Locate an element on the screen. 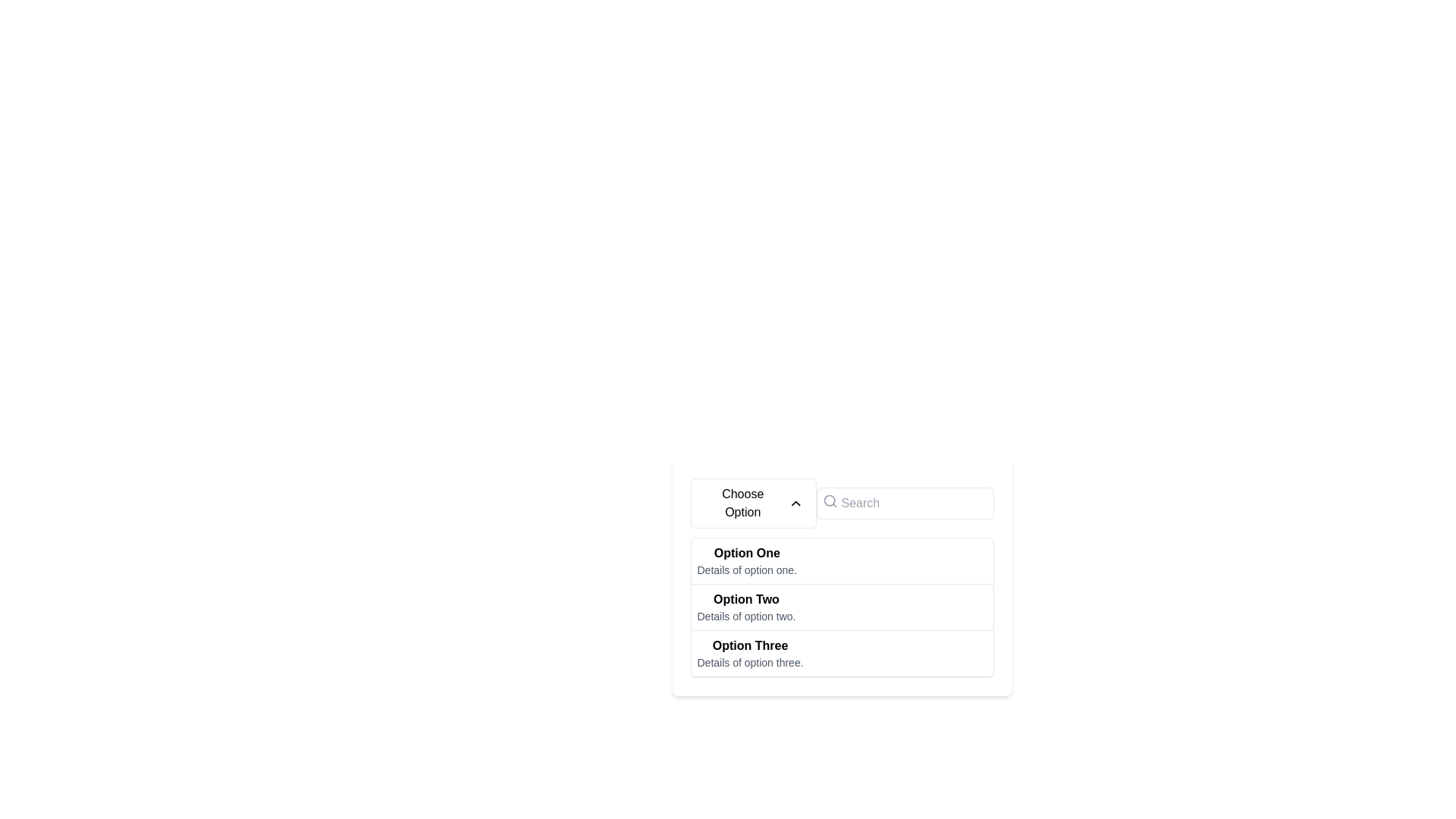  the search icon located to the left of the 'Search' text input field to interact with it is located at coordinates (829, 500).